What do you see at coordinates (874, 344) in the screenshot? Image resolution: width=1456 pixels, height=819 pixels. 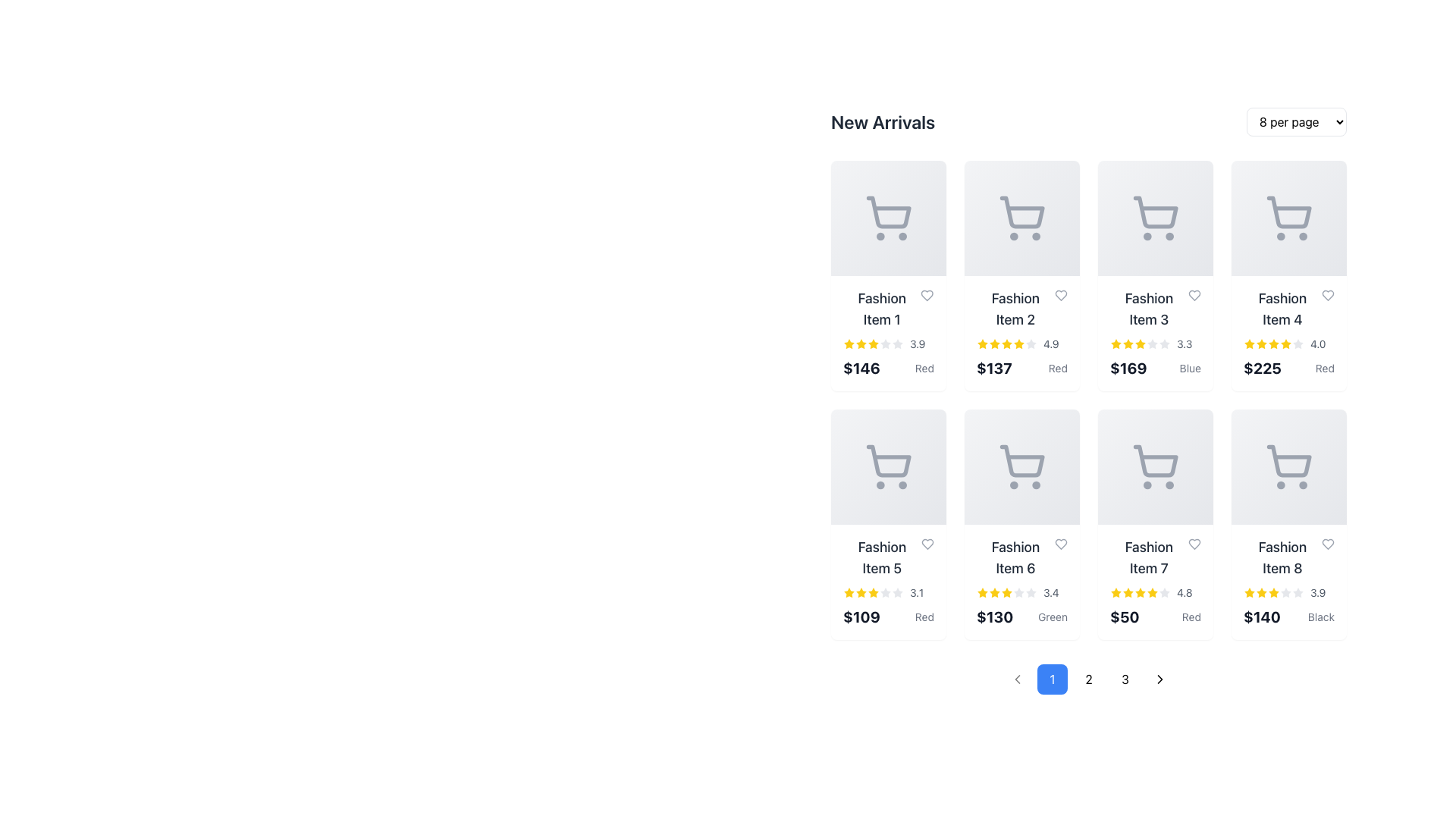 I see `the star-shaped icon with a yellow fill and hollow circular center, part of the star rating system, located under the product titled 'Fashion Item 1'` at bounding box center [874, 344].